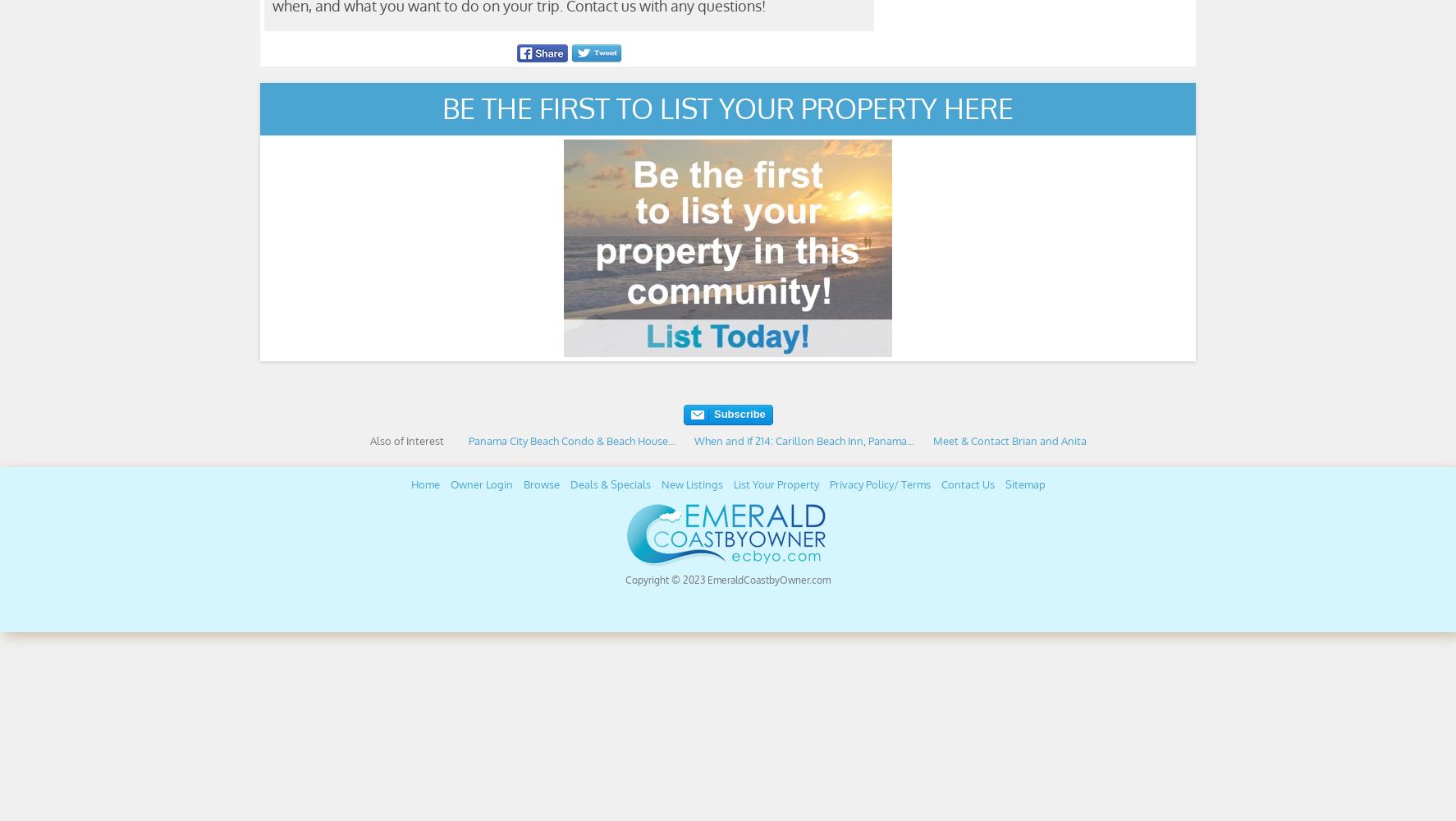  Describe the element at coordinates (570, 441) in the screenshot. I see `'Panama City Beach Condo & Beach House...'` at that location.